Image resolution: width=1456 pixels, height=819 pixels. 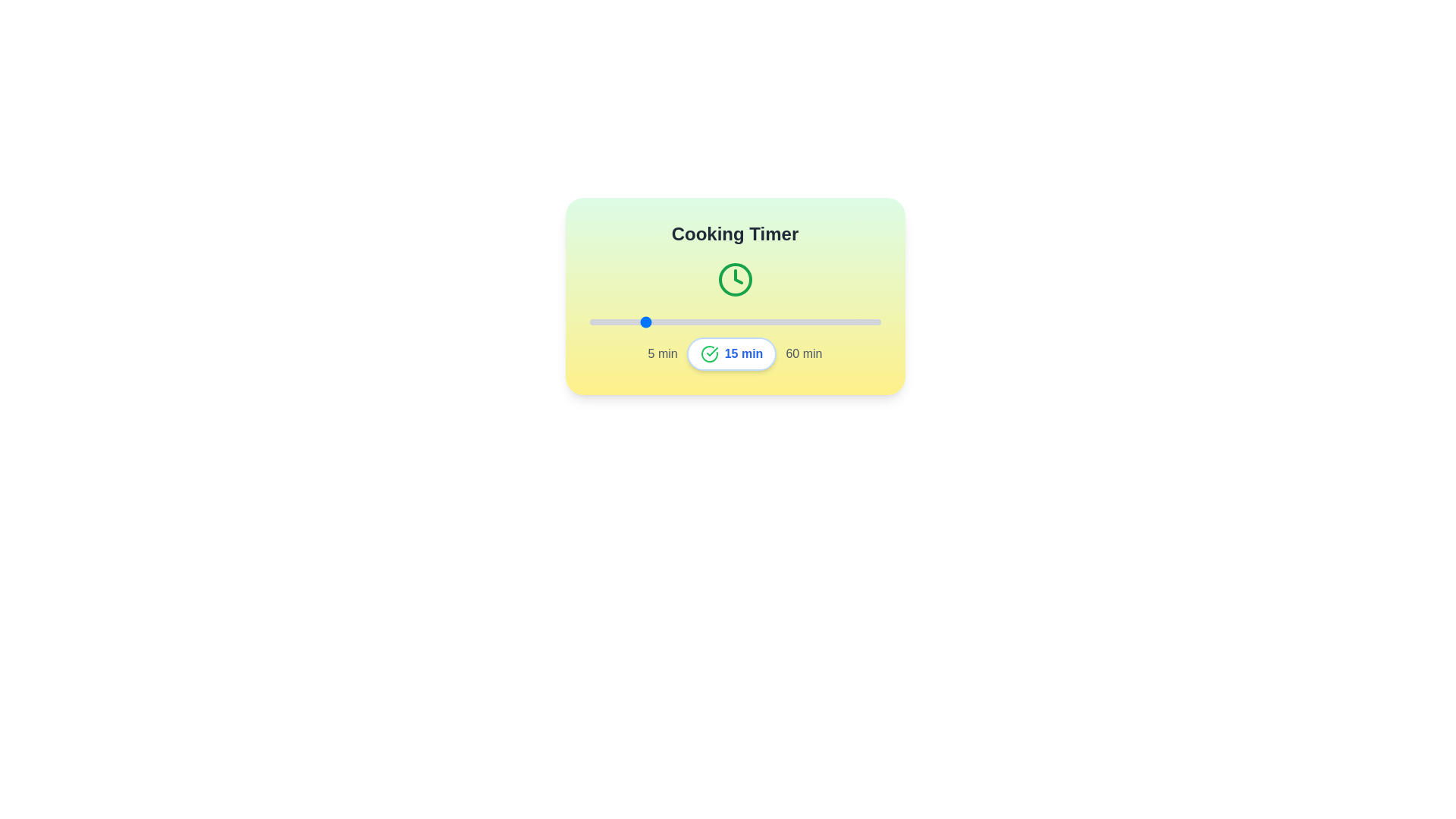 What do you see at coordinates (626, 321) in the screenshot?
I see `the timer` at bounding box center [626, 321].